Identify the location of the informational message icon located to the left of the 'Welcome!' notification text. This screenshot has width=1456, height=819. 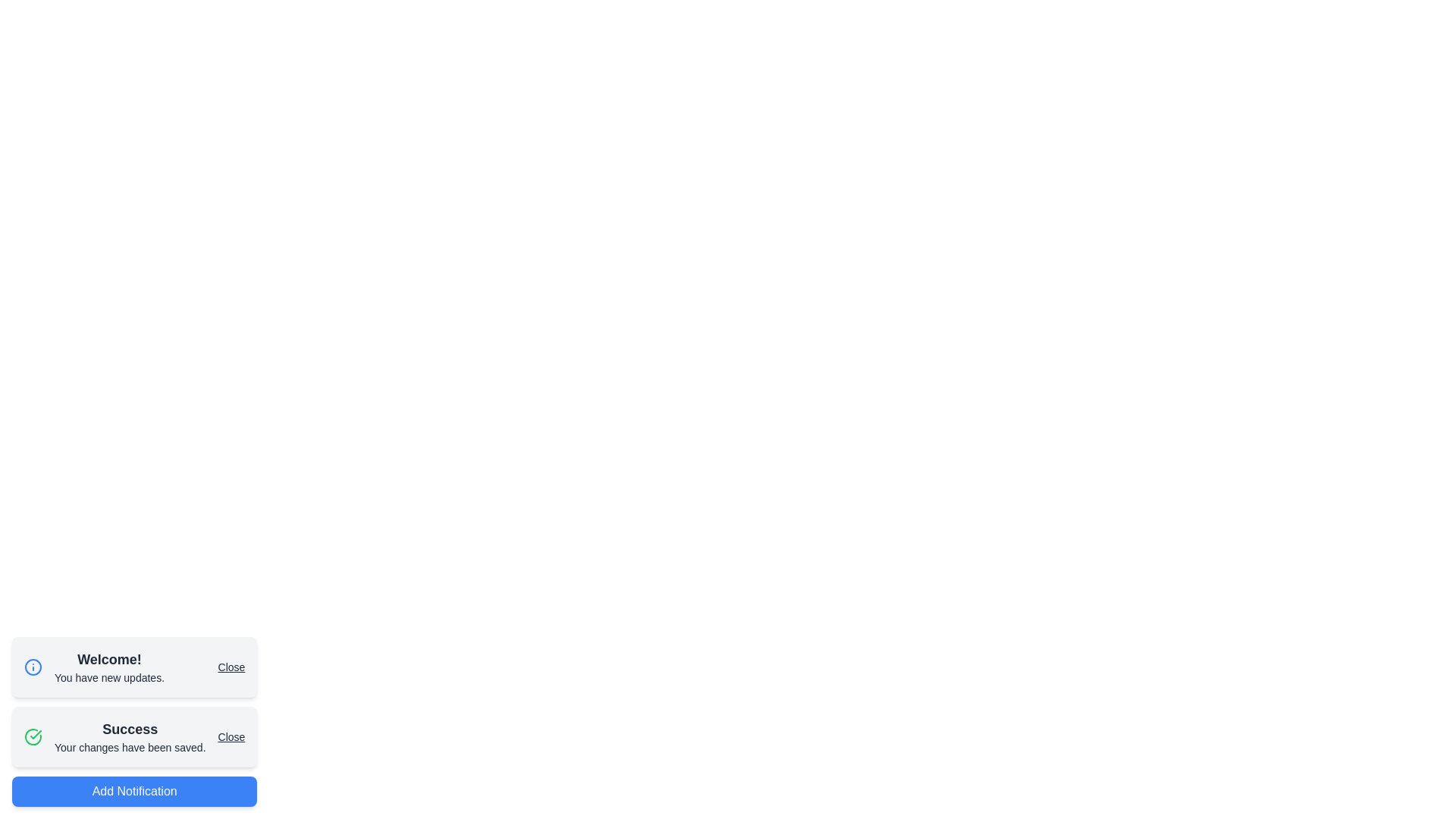
(33, 666).